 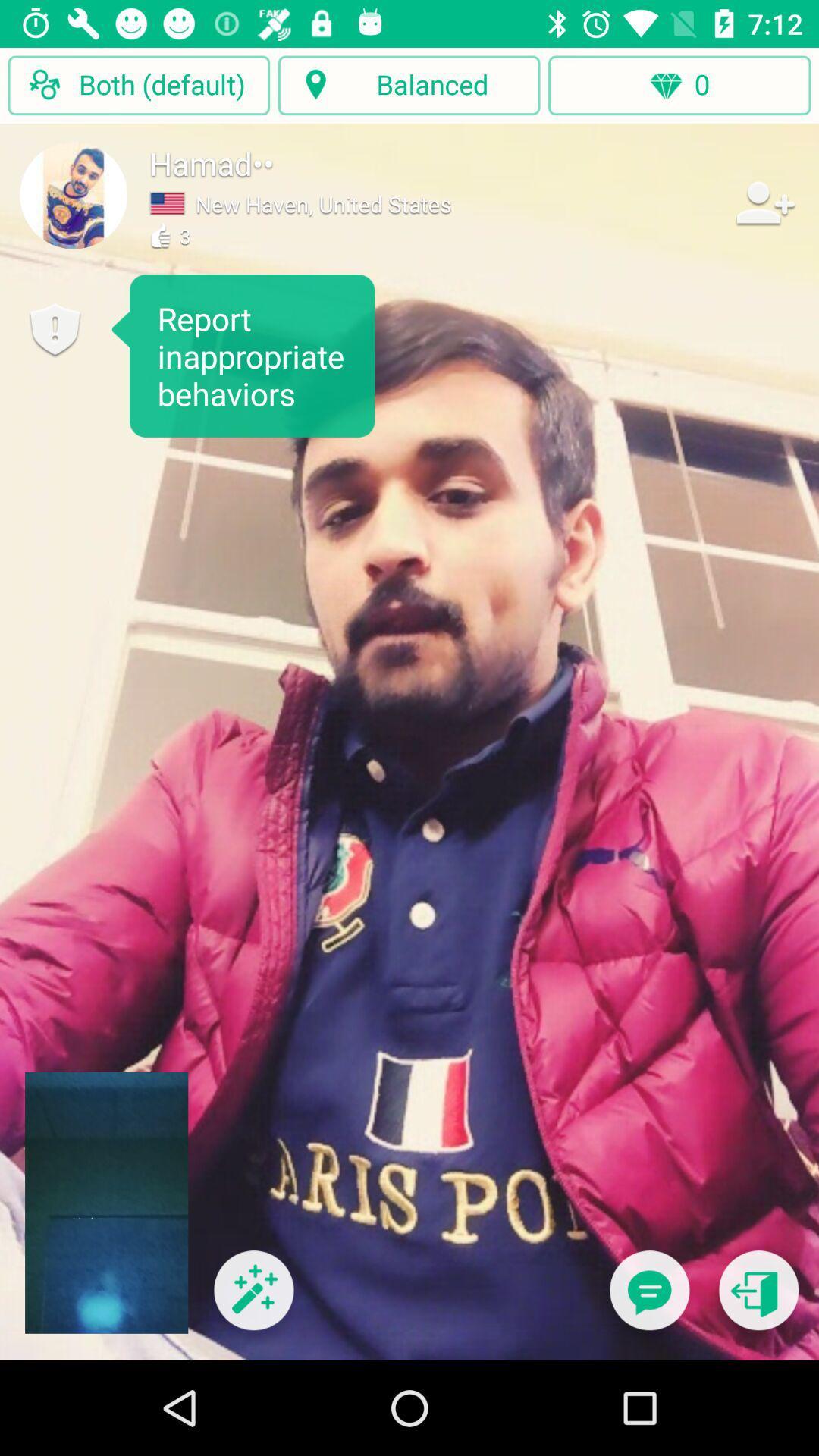 I want to click on send message, so click(x=648, y=1299).